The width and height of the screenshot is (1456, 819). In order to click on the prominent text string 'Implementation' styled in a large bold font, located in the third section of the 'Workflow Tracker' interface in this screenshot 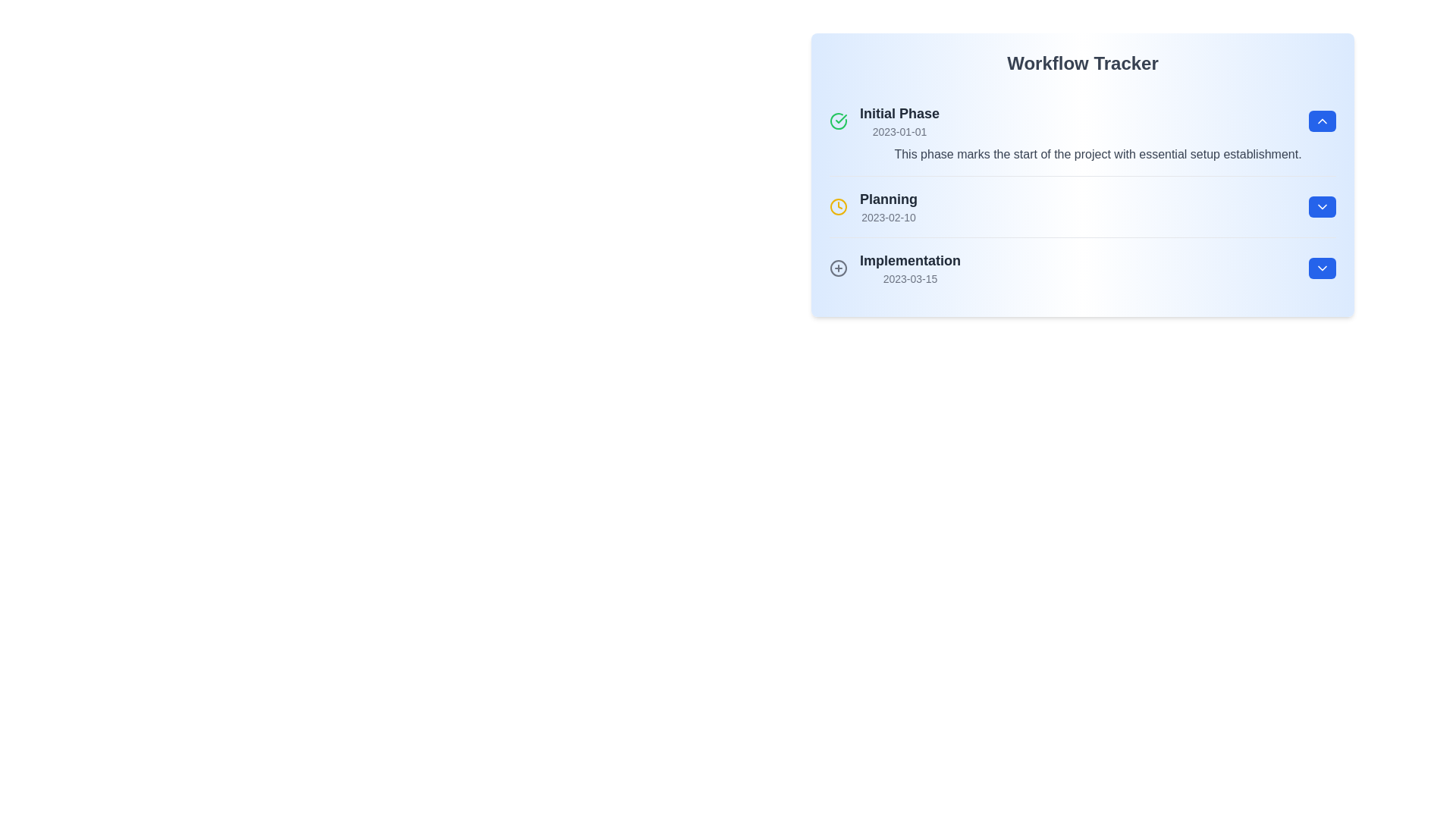, I will do `click(910, 259)`.